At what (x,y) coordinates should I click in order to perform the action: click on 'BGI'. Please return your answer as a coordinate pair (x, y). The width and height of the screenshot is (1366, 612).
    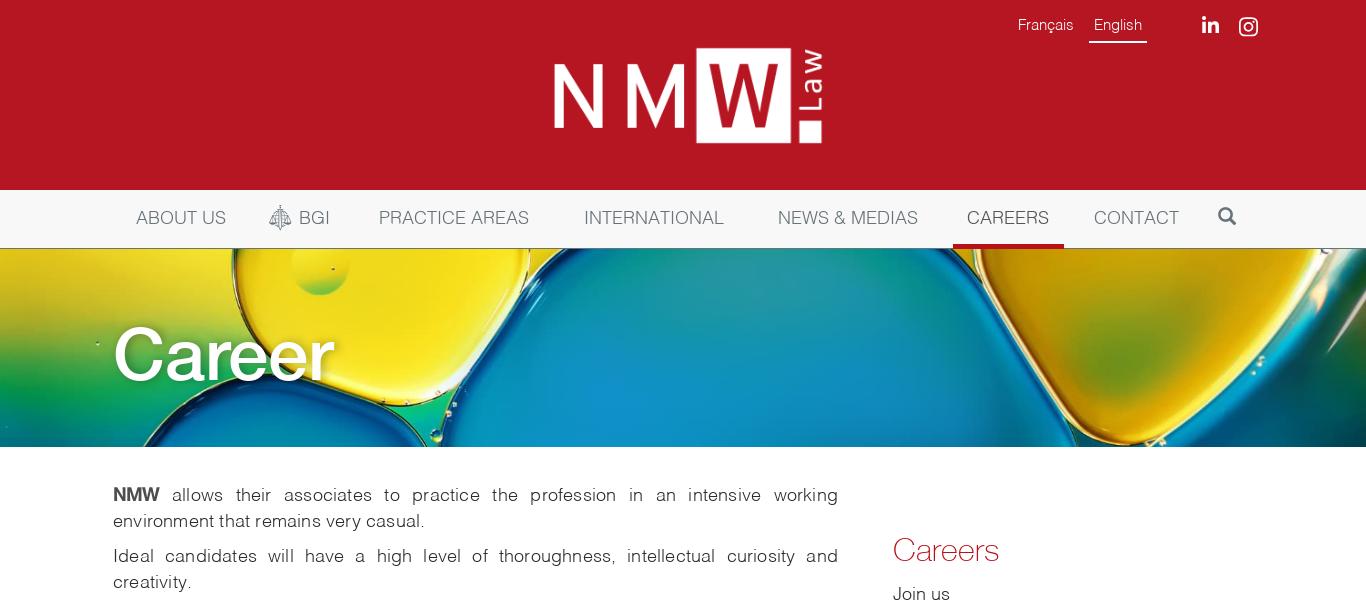
    Looking at the image, I should click on (314, 217).